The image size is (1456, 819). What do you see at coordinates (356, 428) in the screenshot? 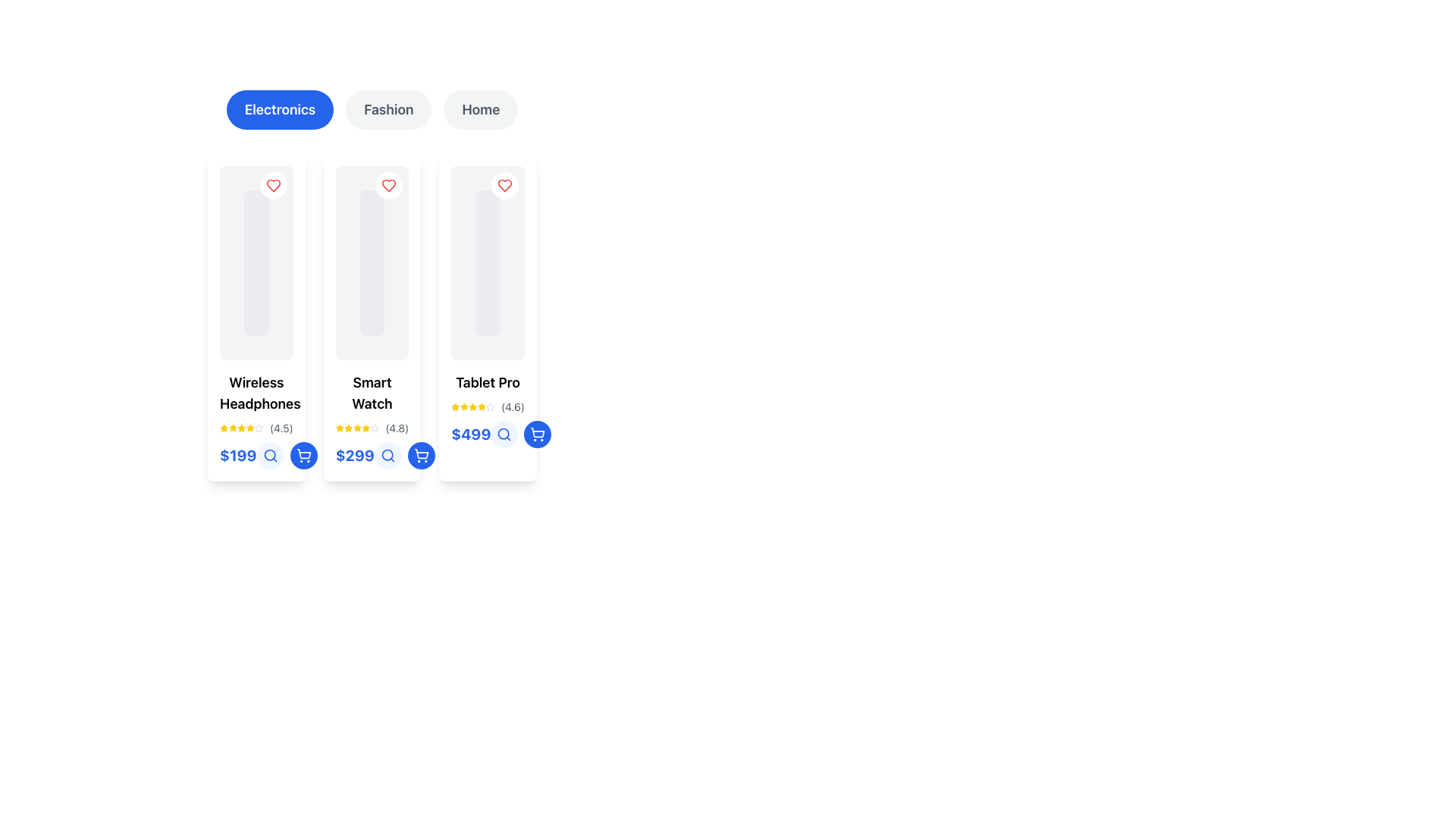
I see `the Rating star icon located in the ratings section of the second product card named 'Smart Watch', positioned centrally below the product image and above the price tag` at bounding box center [356, 428].